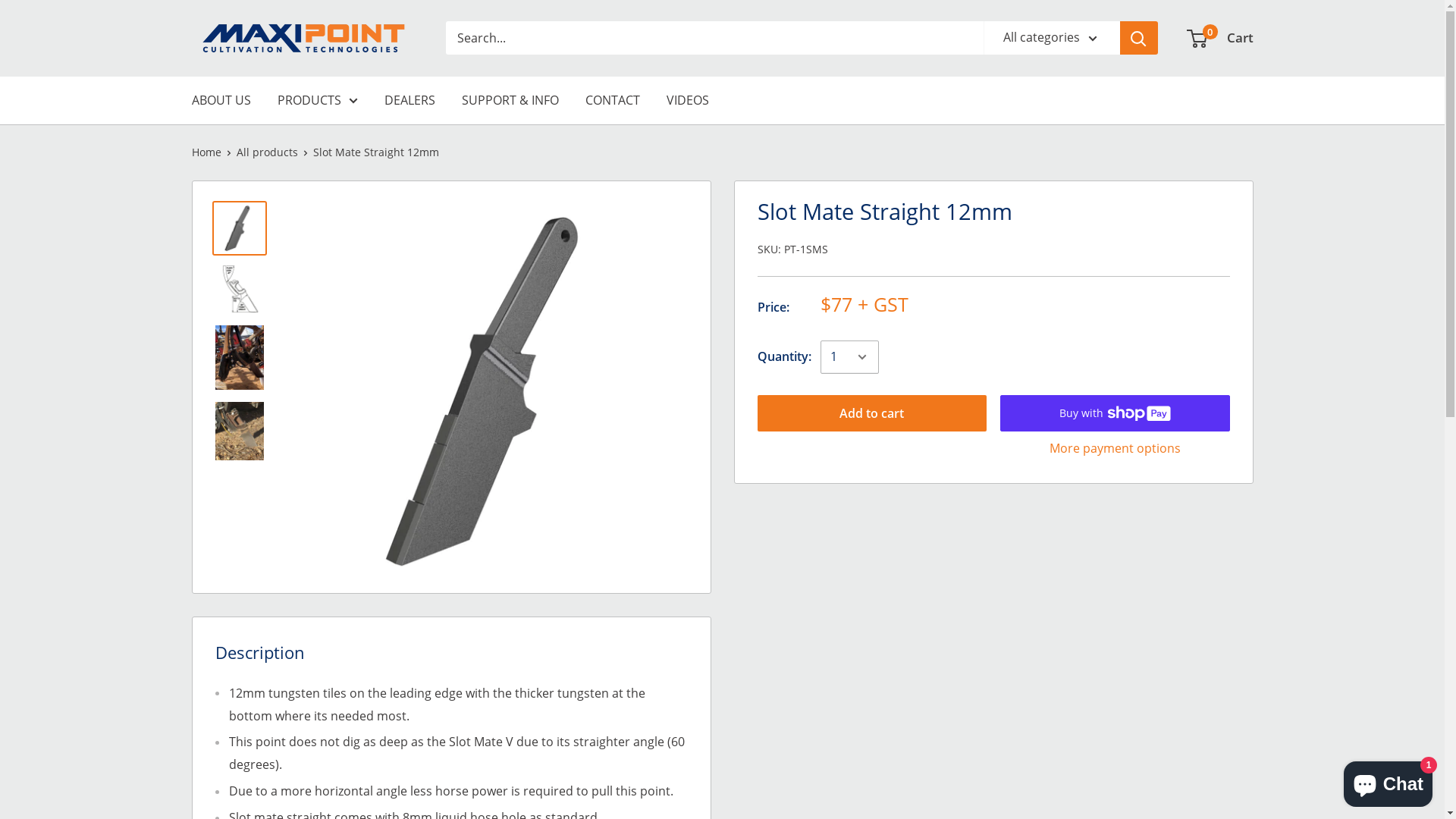  I want to click on 'All products', so click(236, 152).